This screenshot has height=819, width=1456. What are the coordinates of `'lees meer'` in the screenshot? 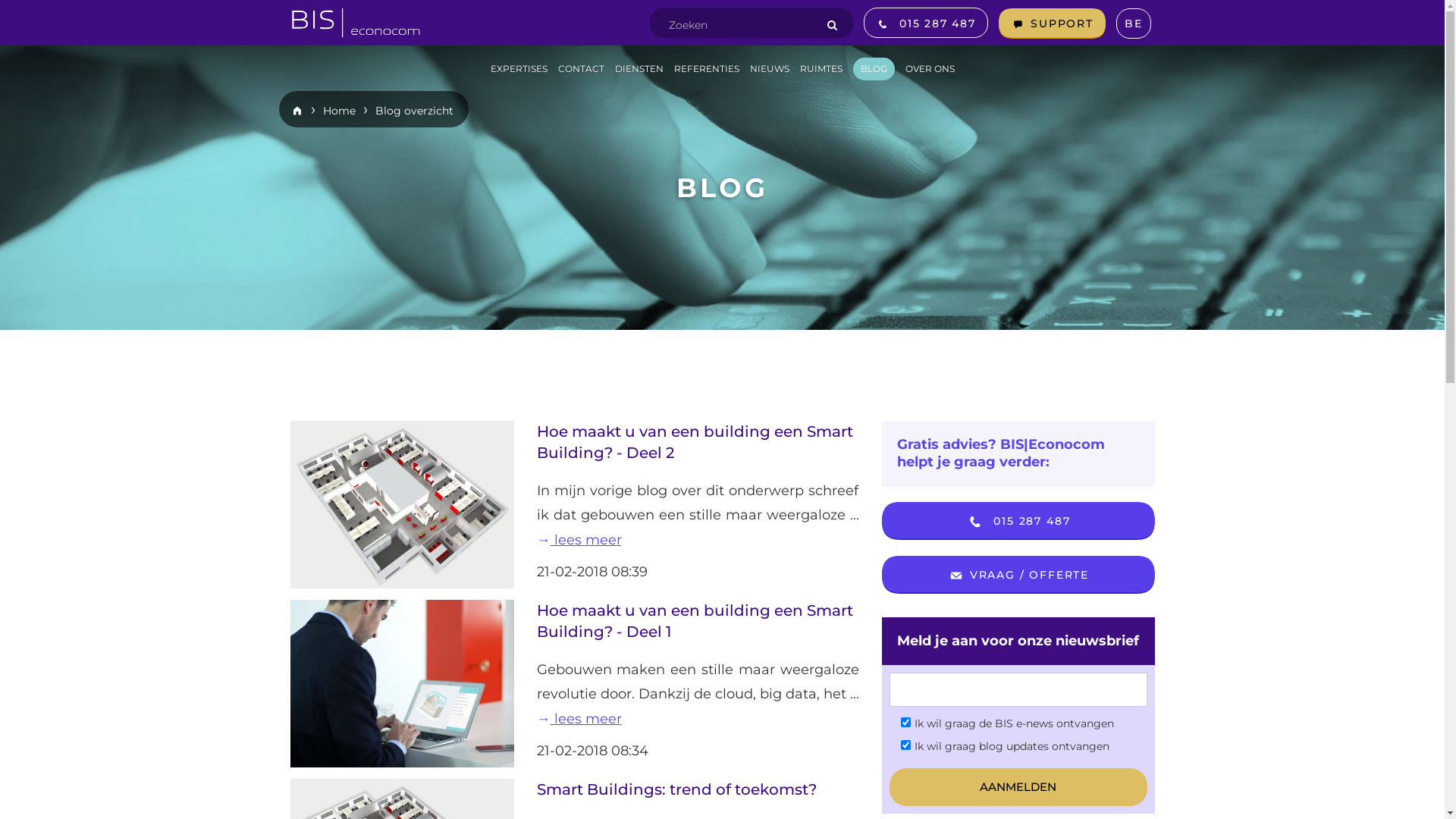 It's located at (578, 539).